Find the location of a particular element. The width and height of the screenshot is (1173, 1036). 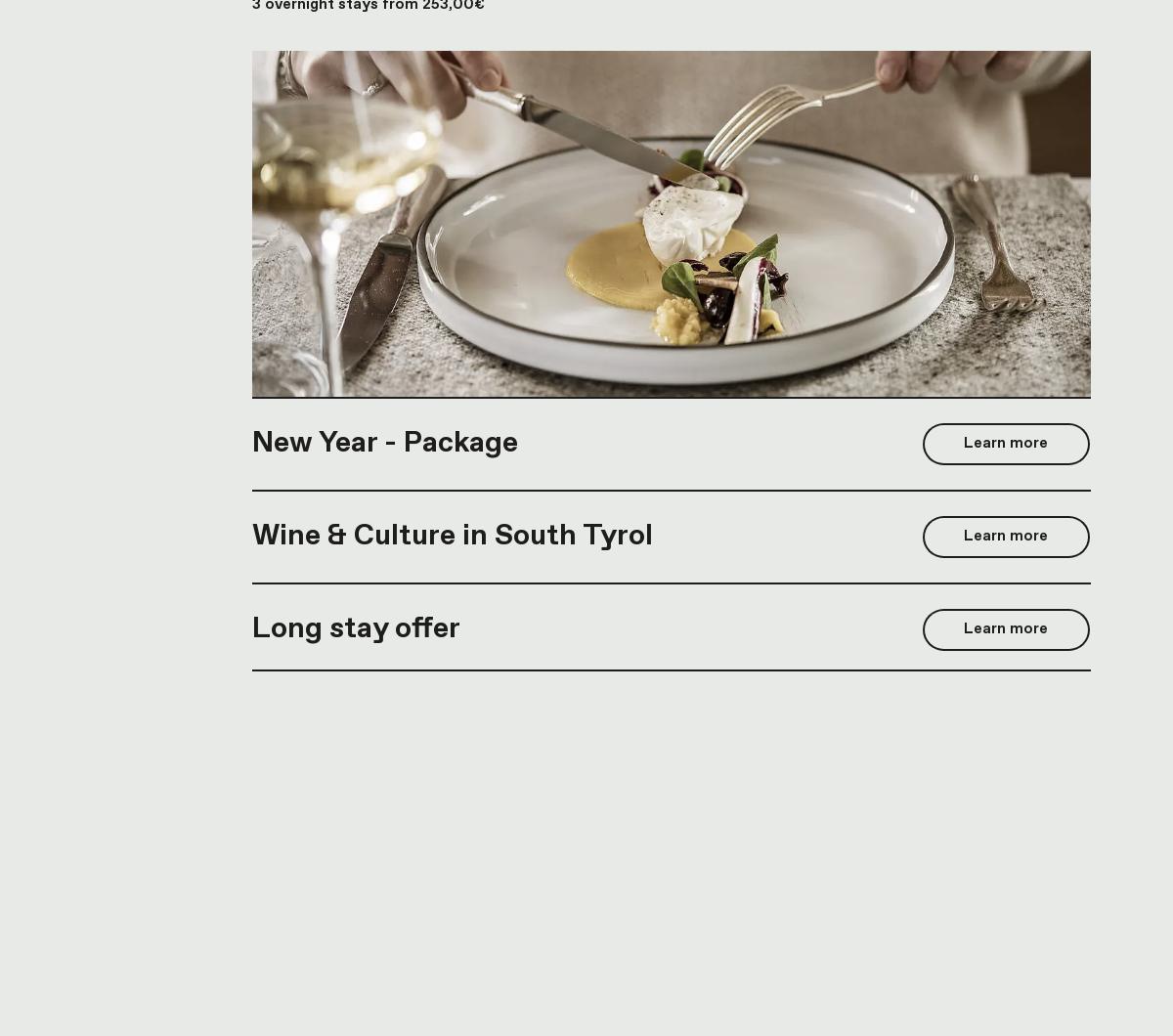

'New Year - Package' is located at coordinates (384, 441).